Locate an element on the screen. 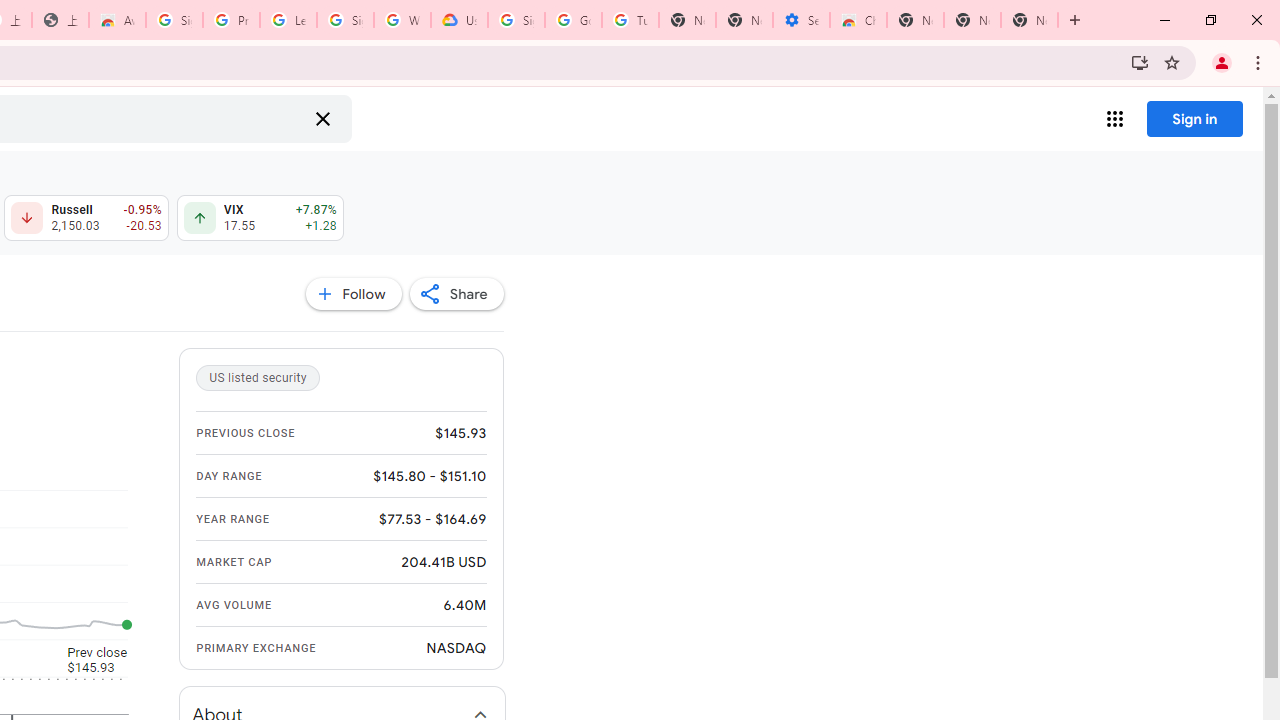 The width and height of the screenshot is (1280, 720). 'Follow' is located at coordinates (353, 294).